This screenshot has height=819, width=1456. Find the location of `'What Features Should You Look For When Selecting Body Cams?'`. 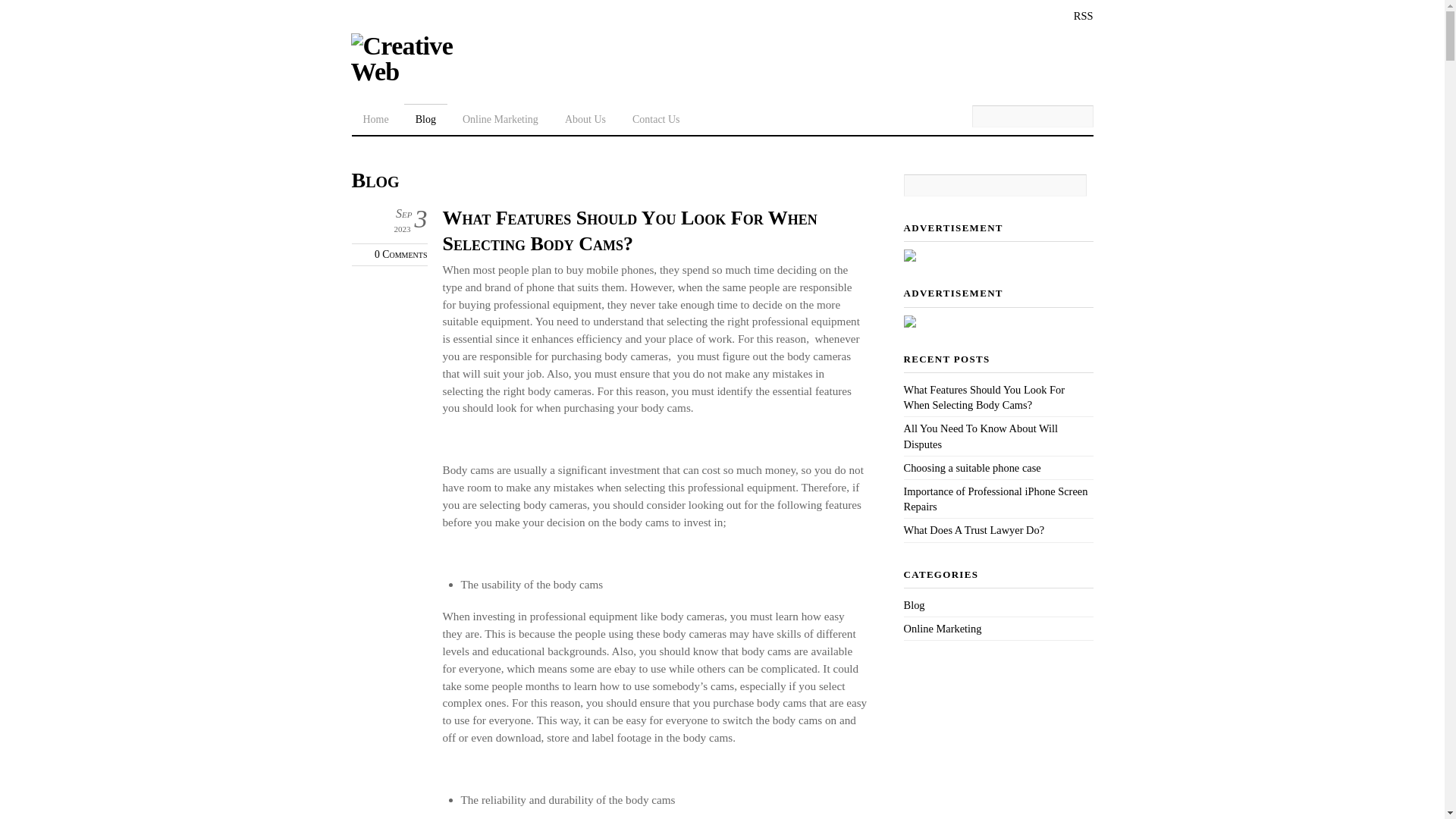

'What Features Should You Look For When Selecting Body Cams?' is located at coordinates (984, 397).